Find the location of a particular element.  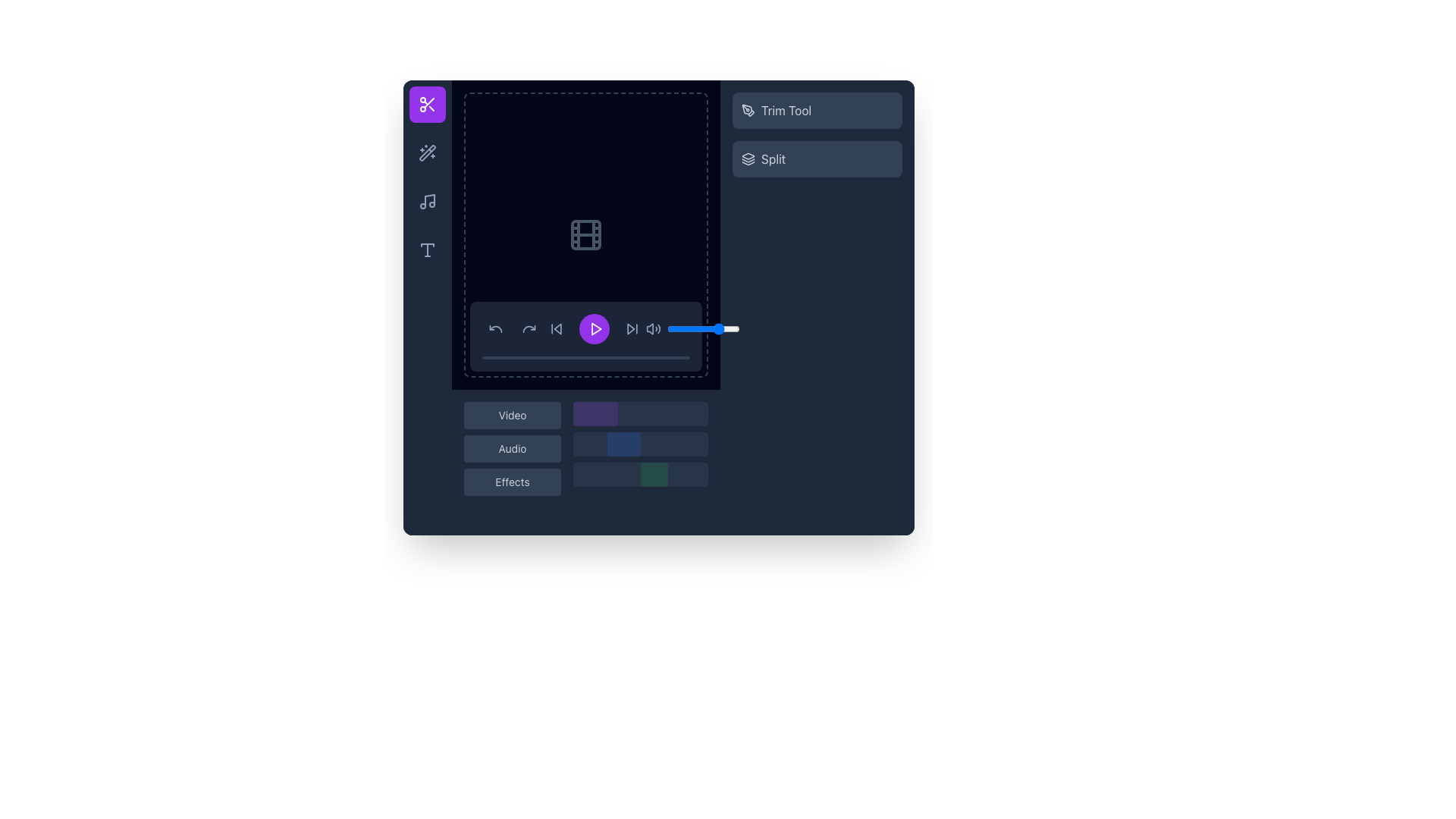

the play button icon located within the purple circular button in the media control toolbar at the center-bottom of the interface is located at coordinates (595, 328).